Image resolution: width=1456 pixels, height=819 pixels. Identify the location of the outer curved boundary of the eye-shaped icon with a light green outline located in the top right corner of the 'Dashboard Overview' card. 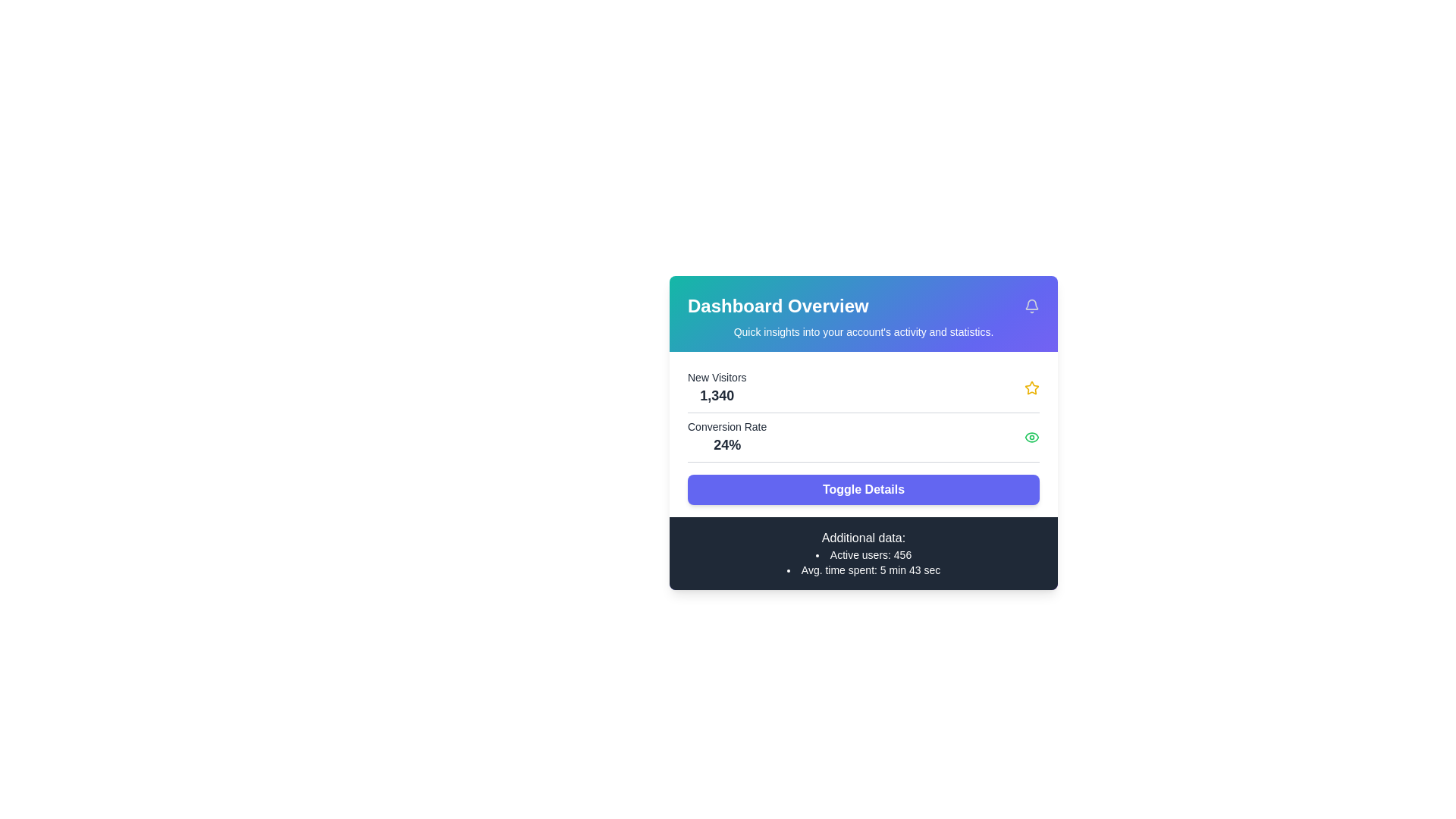
(1031, 438).